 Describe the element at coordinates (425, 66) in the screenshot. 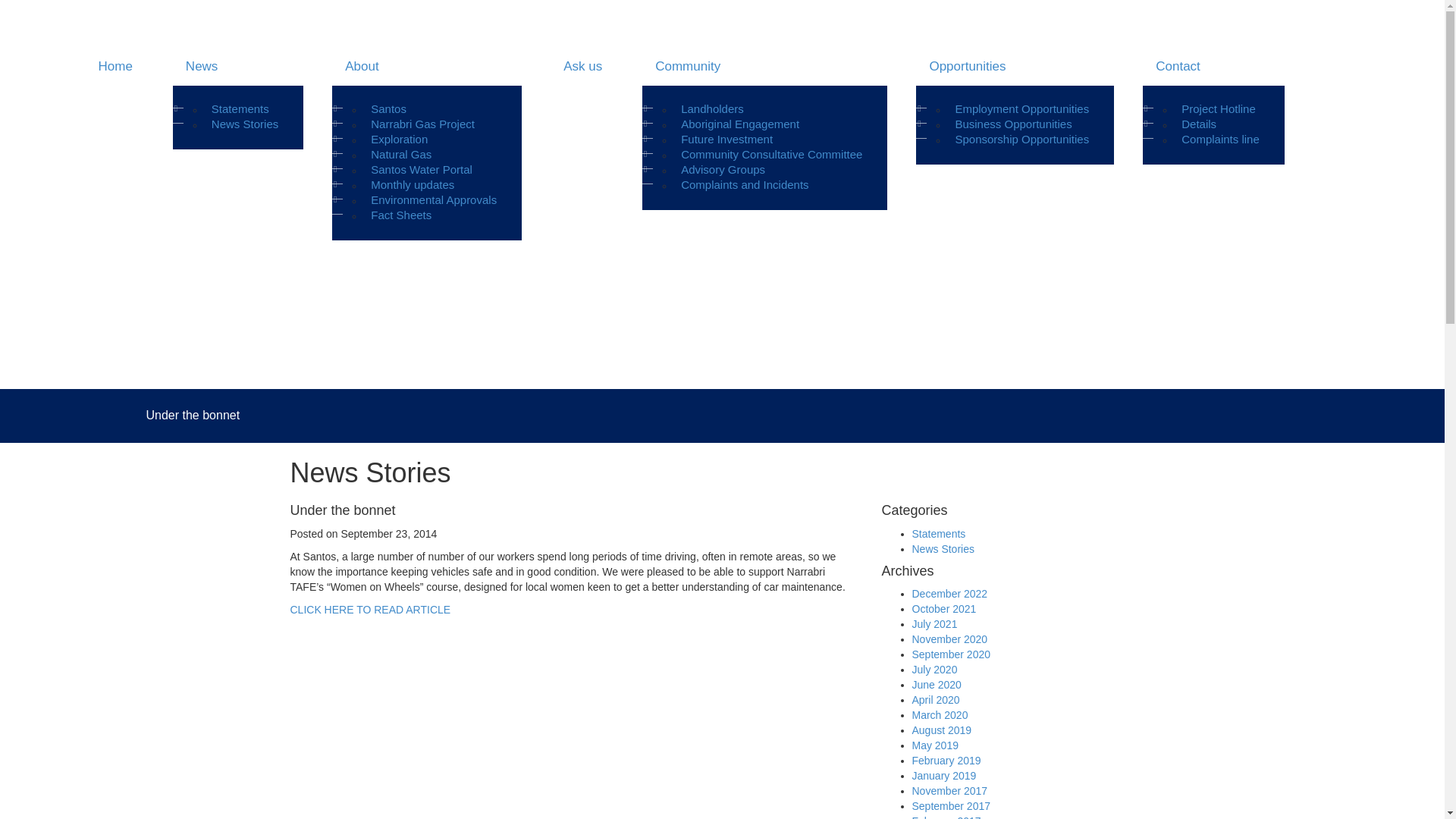

I see `'About'` at that location.